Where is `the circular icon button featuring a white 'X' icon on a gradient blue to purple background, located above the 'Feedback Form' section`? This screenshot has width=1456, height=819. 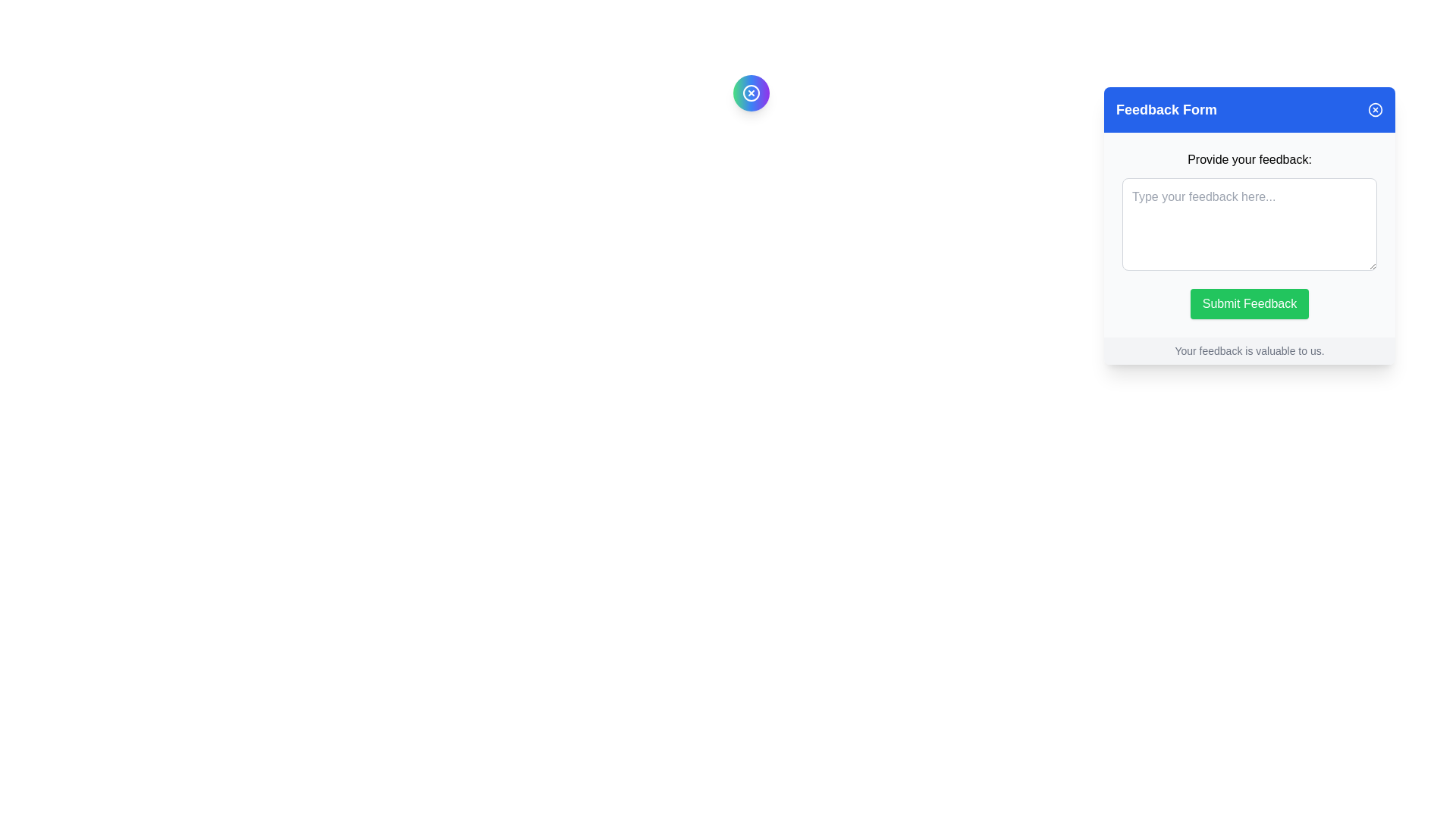
the circular icon button featuring a white 'X' icon on a gradient blue to purple background, located above the 'Feedback Form' section is located at coordinates (1376, 109).